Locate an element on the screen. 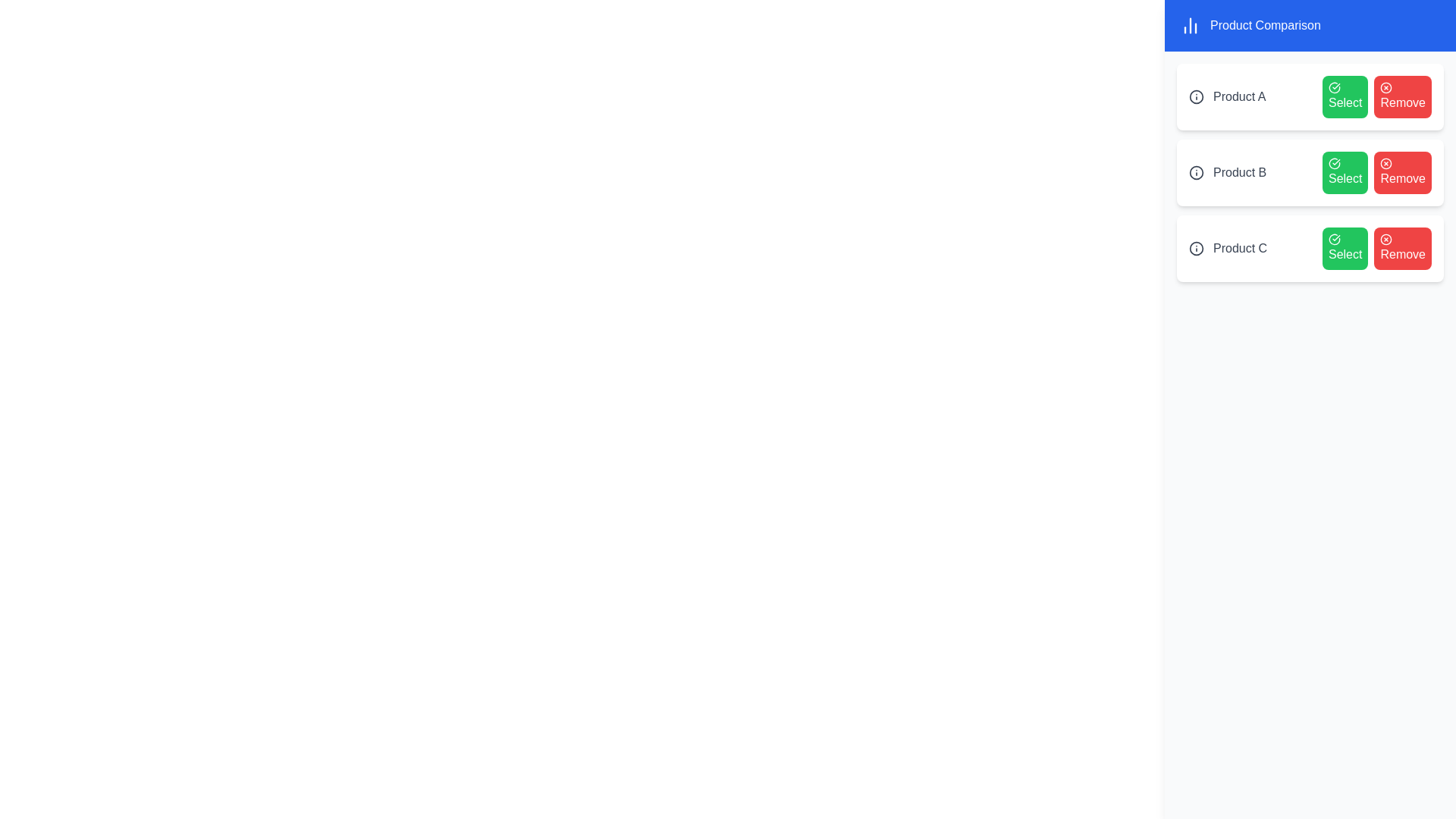 The image size is (1456, 819). the 'Select' button for Product B is located at coordinates (1345, 171).